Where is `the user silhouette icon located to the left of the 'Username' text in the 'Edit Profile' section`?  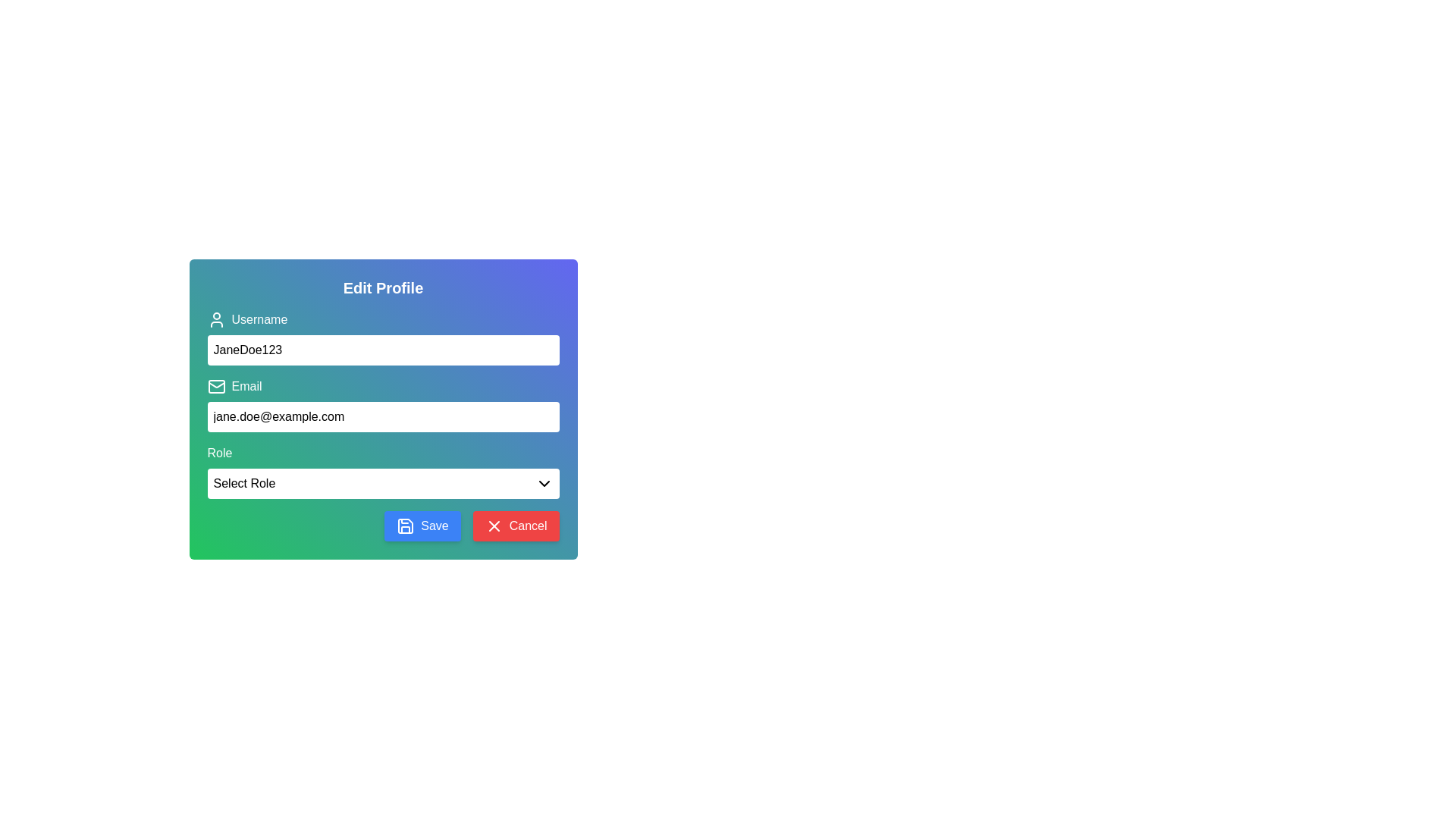
the user silhouette icon located to the left of the 'Username' text in the 'Edit Profile' section is located at coordinates (215, 318).